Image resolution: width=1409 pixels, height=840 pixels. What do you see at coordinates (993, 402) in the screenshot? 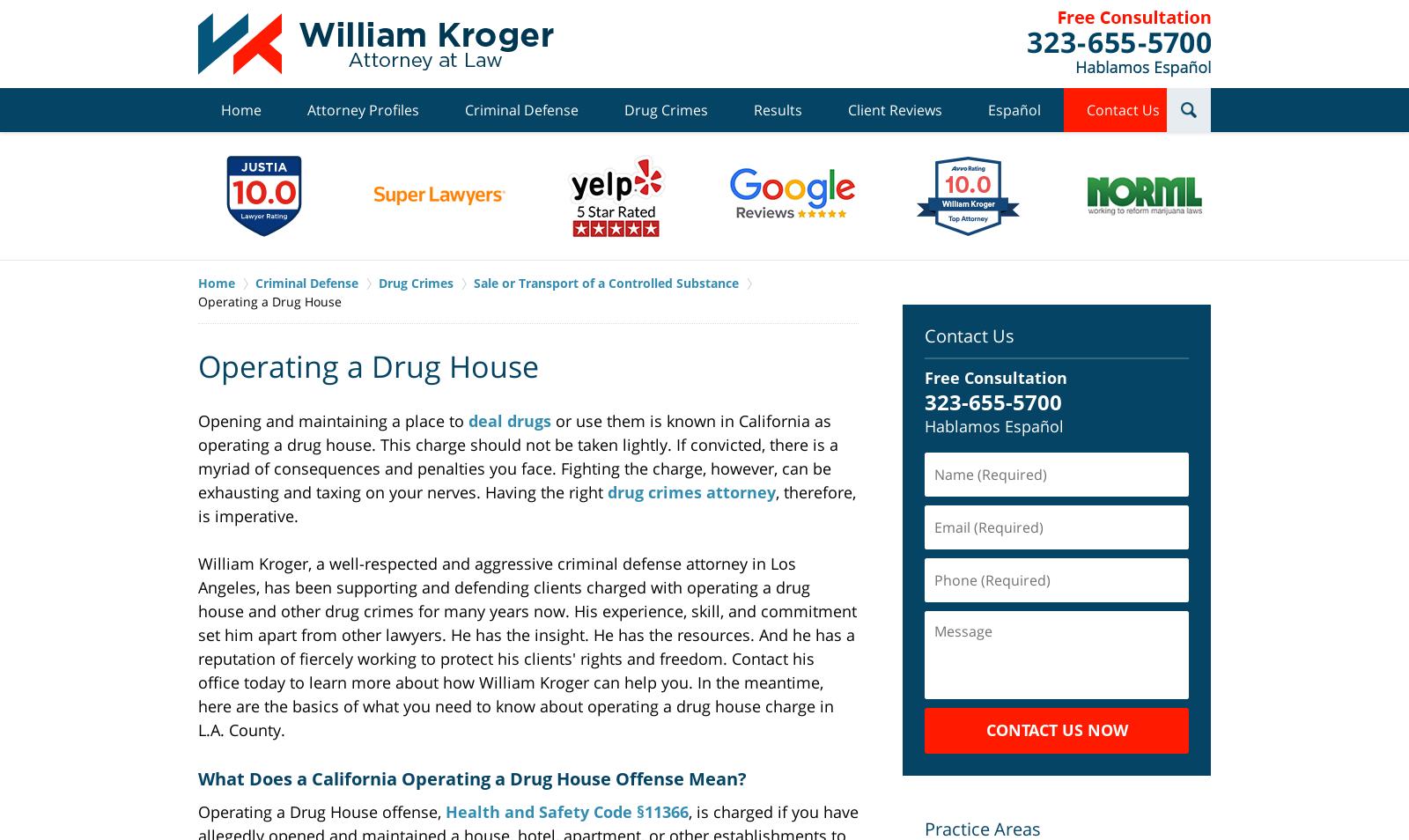
I see `'323-655-5700'` at bounding box center [993, 402].